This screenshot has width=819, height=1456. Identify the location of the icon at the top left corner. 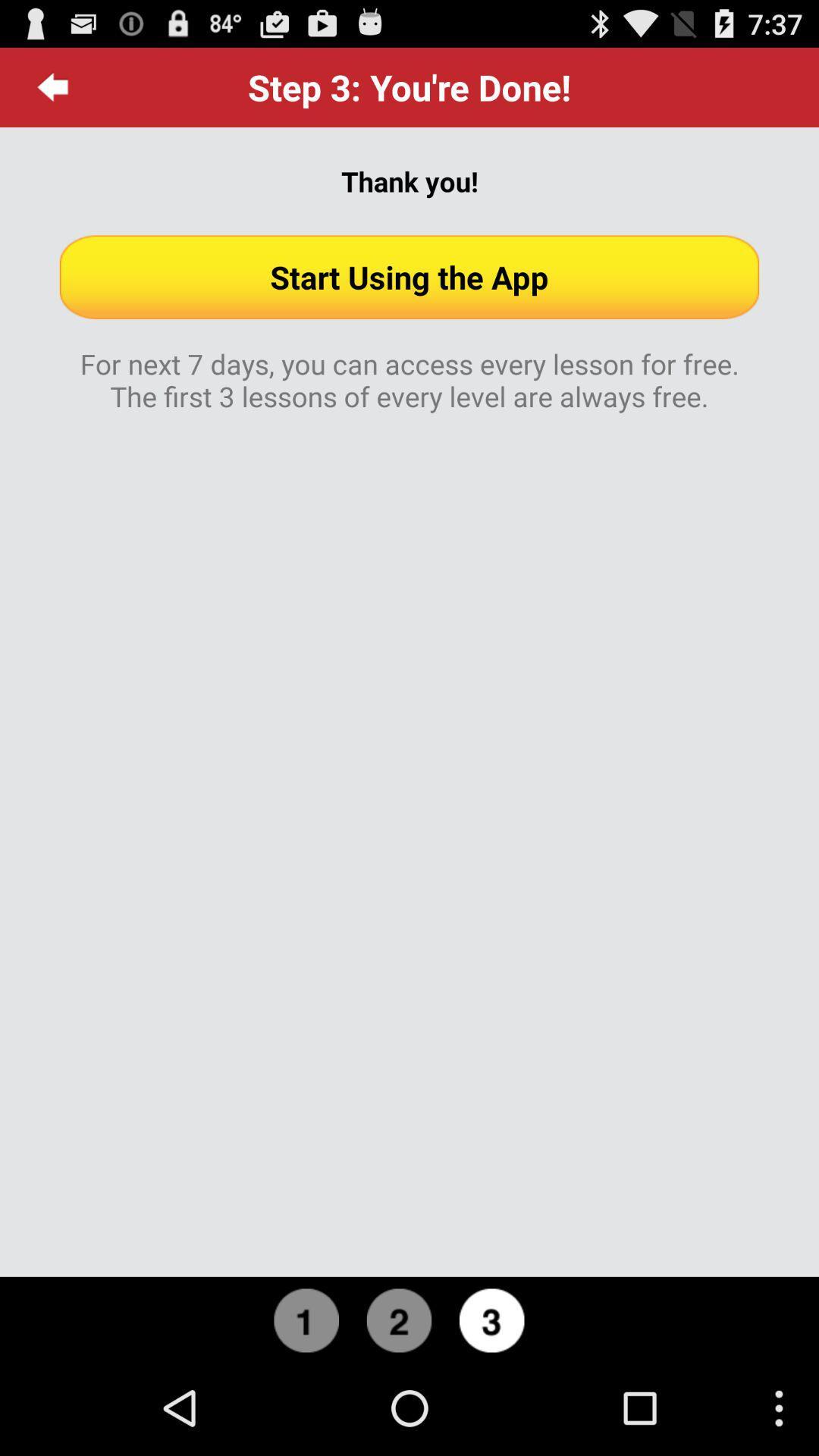
(52, 86).